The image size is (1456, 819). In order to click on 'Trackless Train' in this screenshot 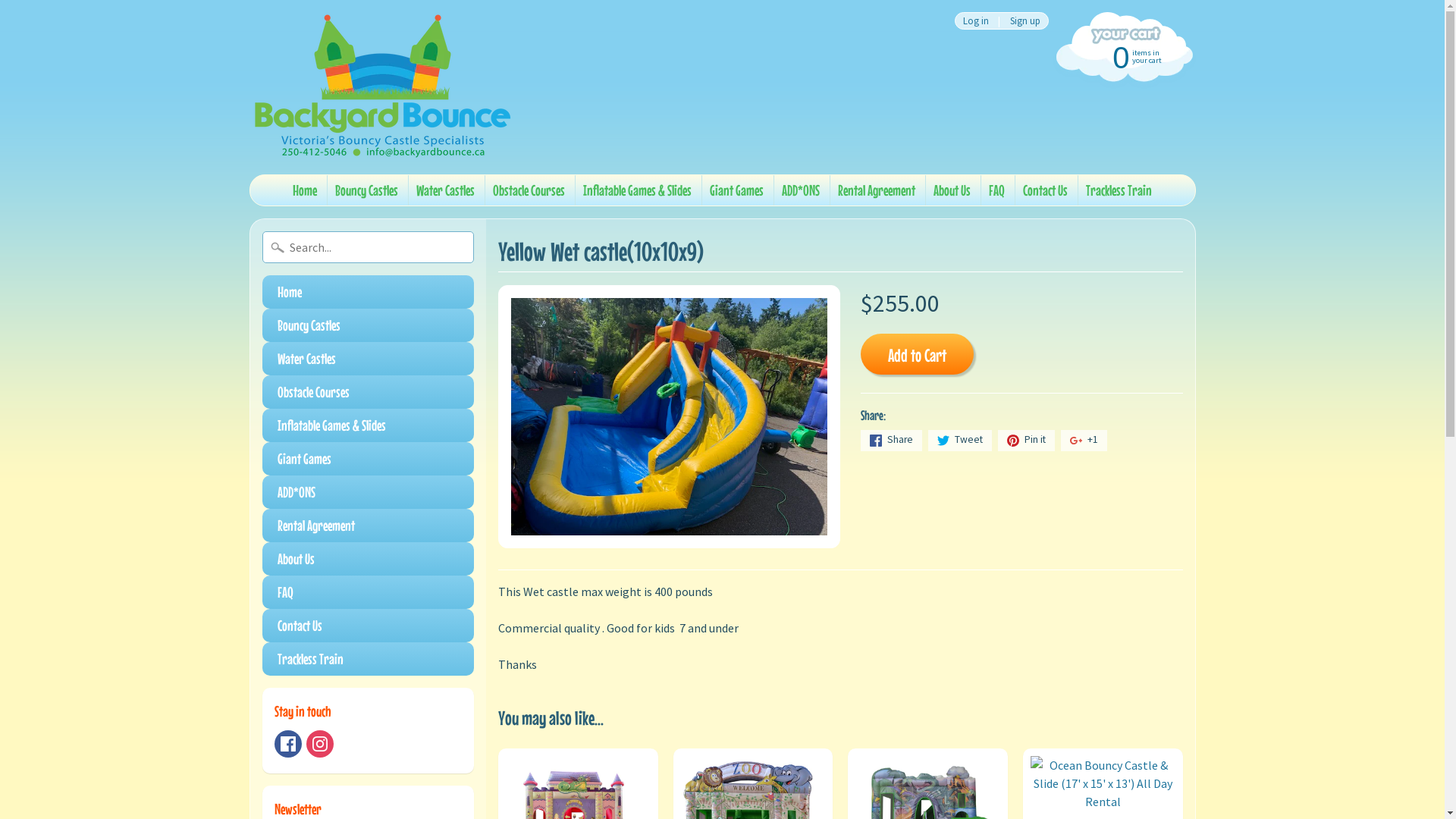, I will do `click(1119, 189)`.